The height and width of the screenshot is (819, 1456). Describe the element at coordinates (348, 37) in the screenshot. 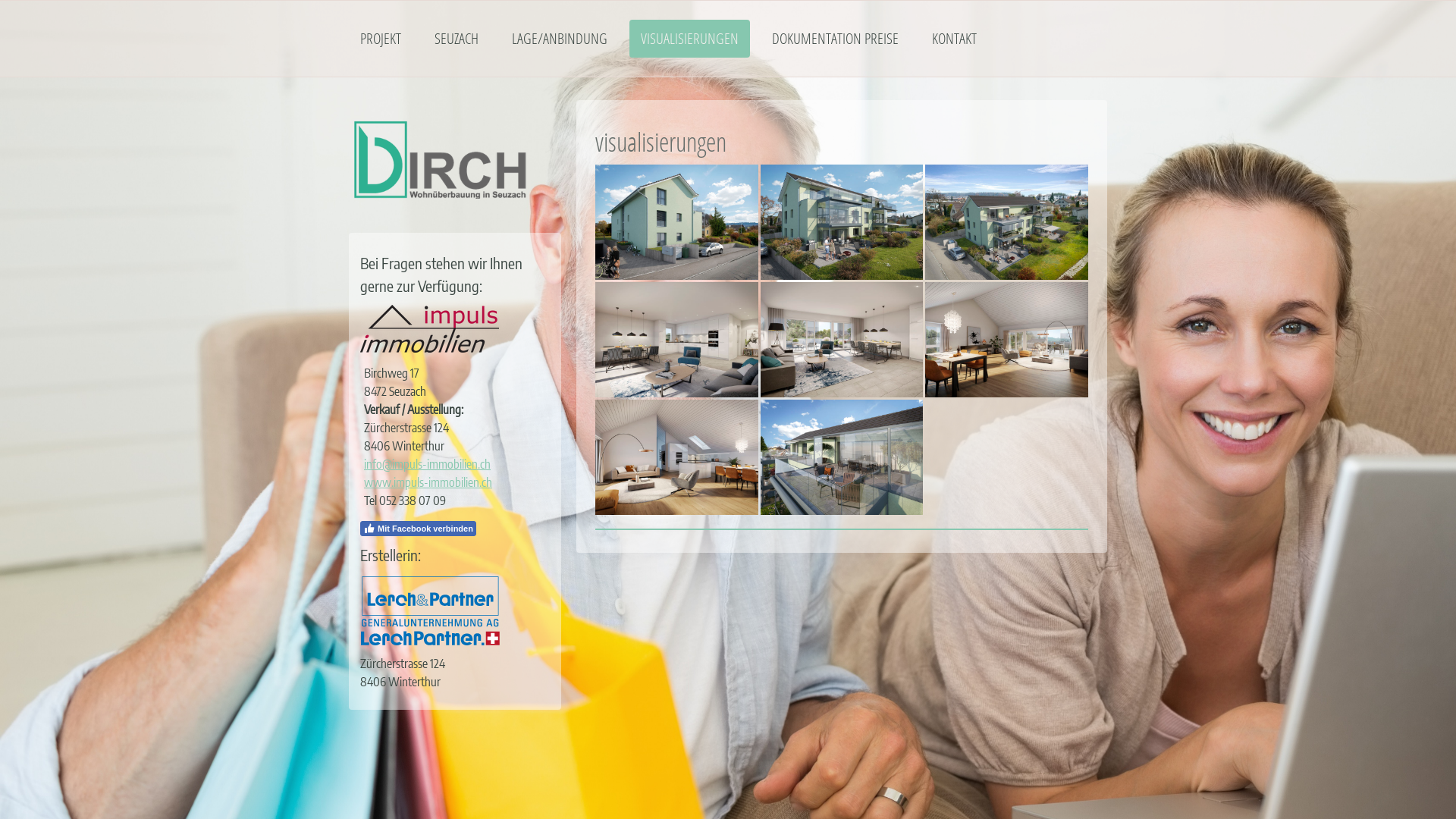

I see `'PROJEKT'` at that location.